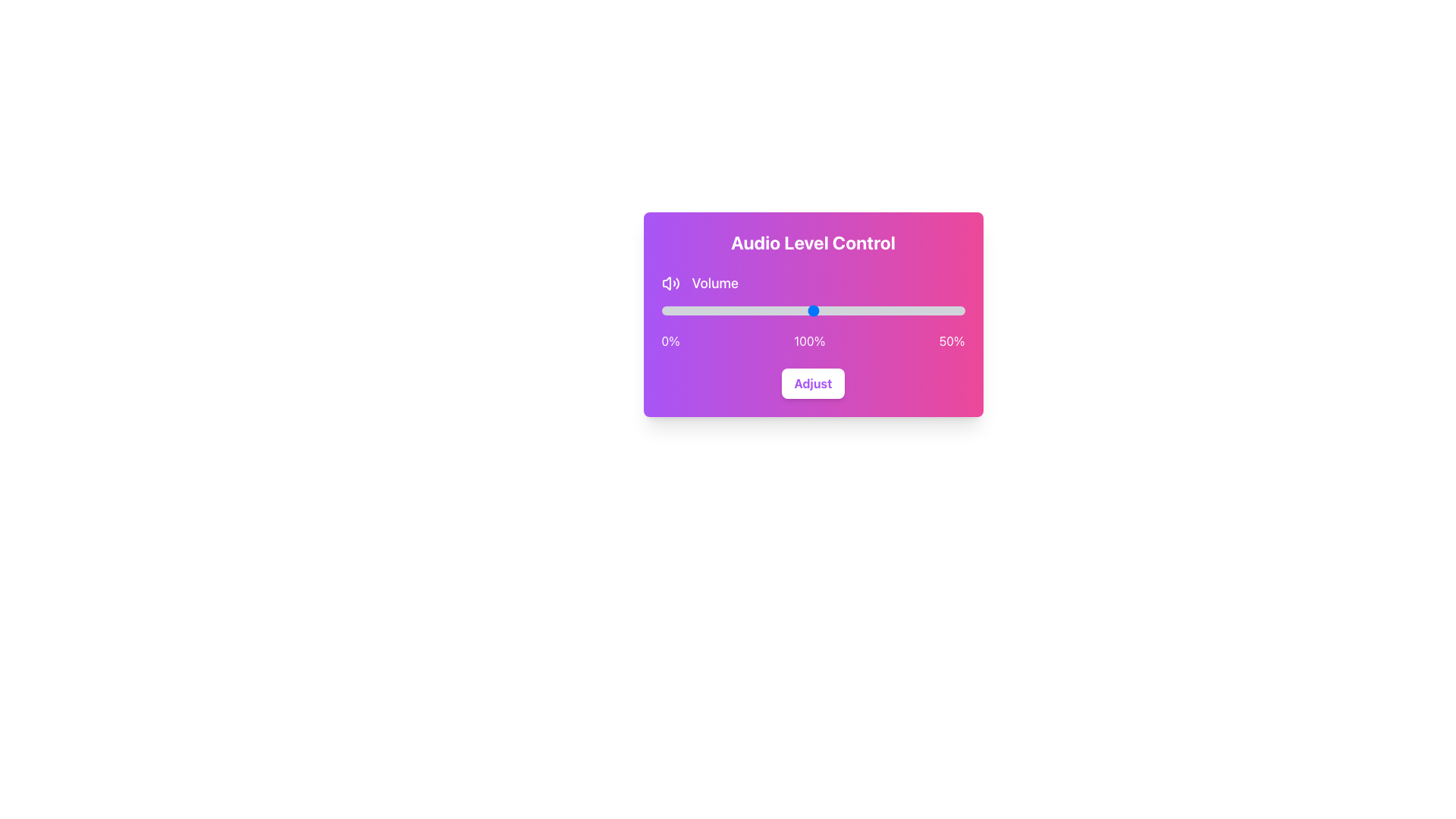 This screenshot has width=1456, height=819. Describe the element at coordinates (666, 284) in the screenshot. I see `the decorative volume icon graphic, which is the first segment of the volume control widget located to the left of the 'Volume' label in the audio control card` at that location.